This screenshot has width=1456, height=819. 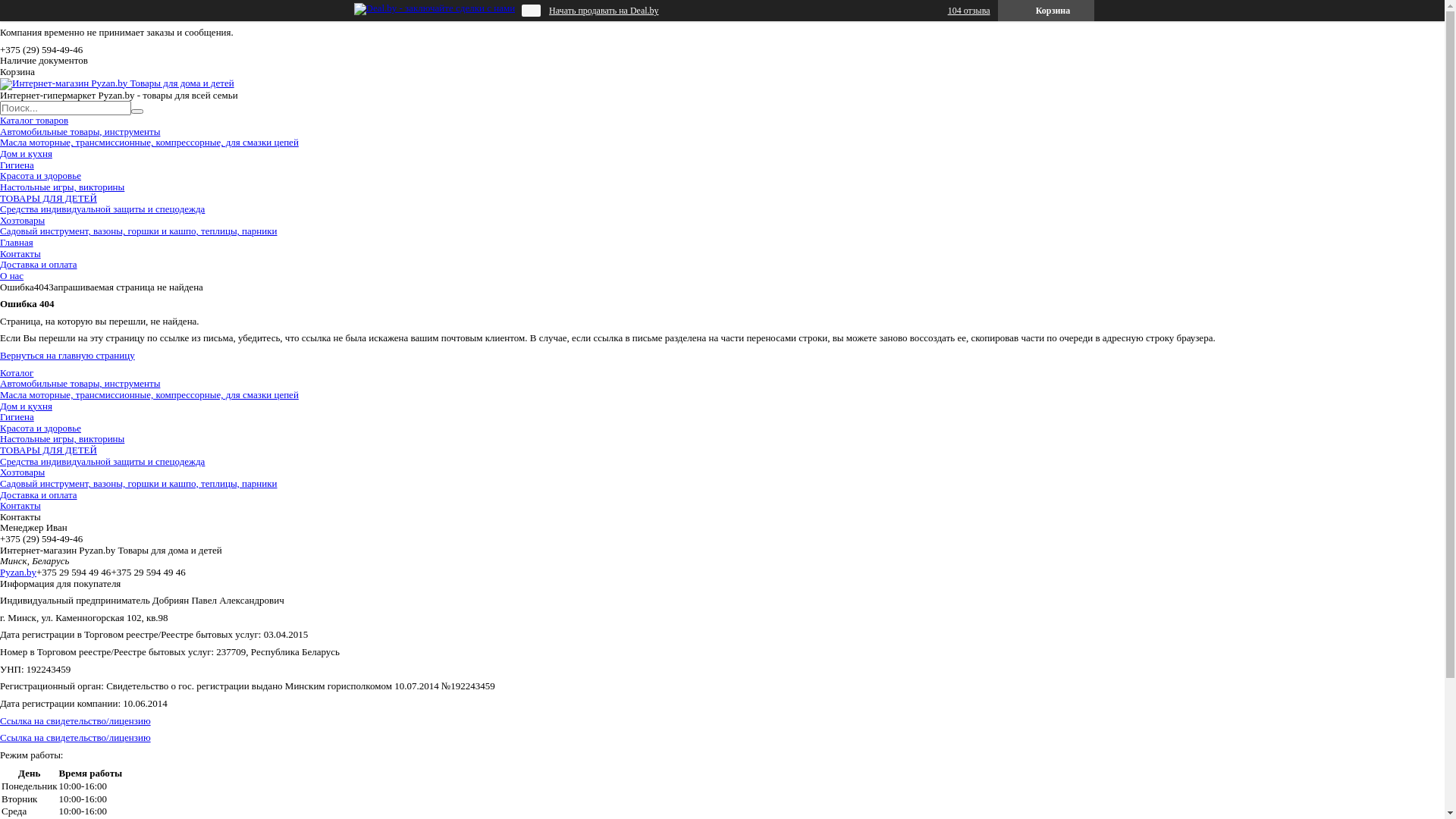 I want to click on 'Pyzan.by', so click(x=0, y=572).